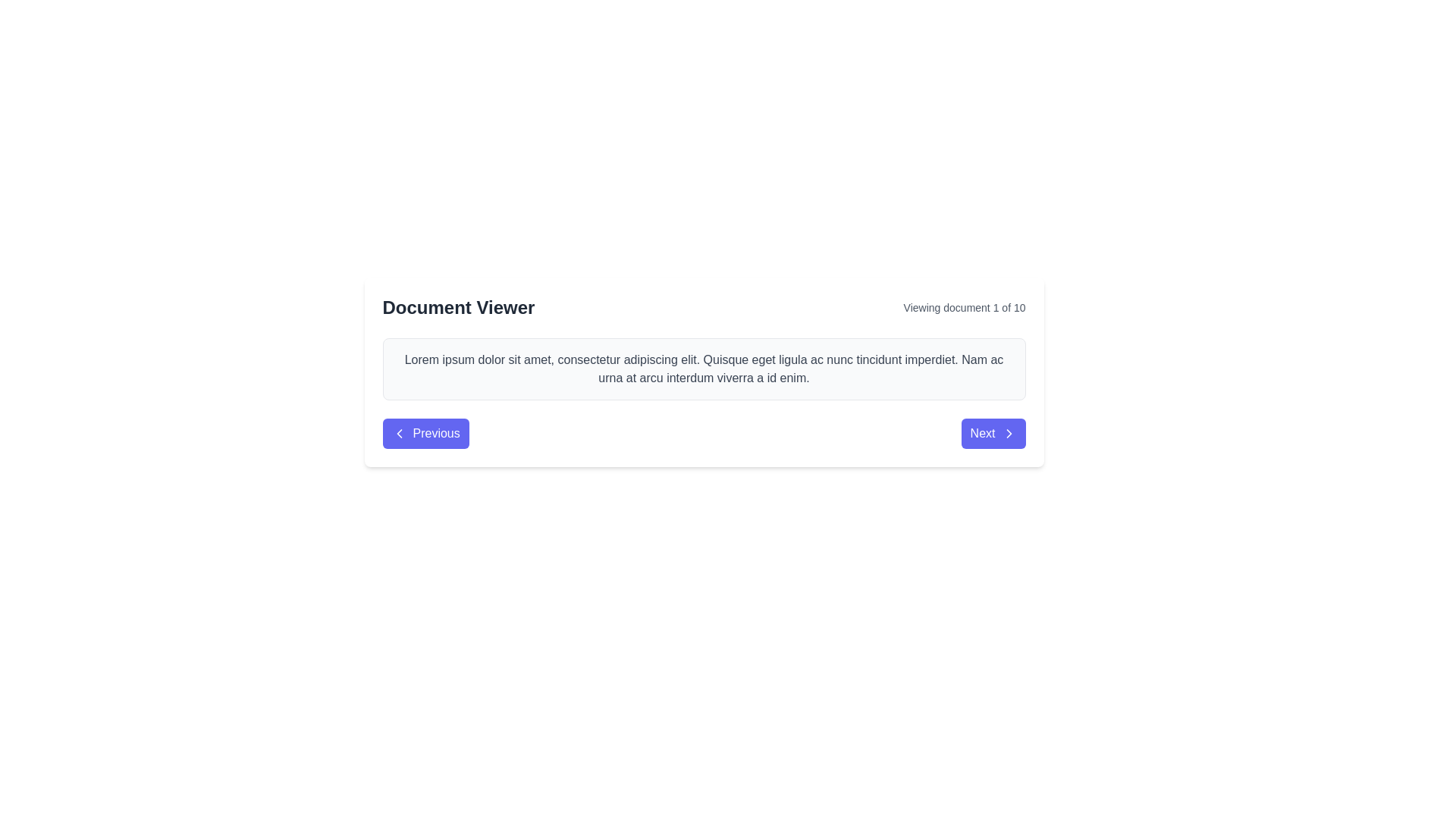 The height and width of the screenshot is (819, 1456). What do you see at coordinates (399, 433) in the screenshot?
I see `the 'Previous' button, which contains an icon indicating its backward navigational function` at bounding box center [399, 433].